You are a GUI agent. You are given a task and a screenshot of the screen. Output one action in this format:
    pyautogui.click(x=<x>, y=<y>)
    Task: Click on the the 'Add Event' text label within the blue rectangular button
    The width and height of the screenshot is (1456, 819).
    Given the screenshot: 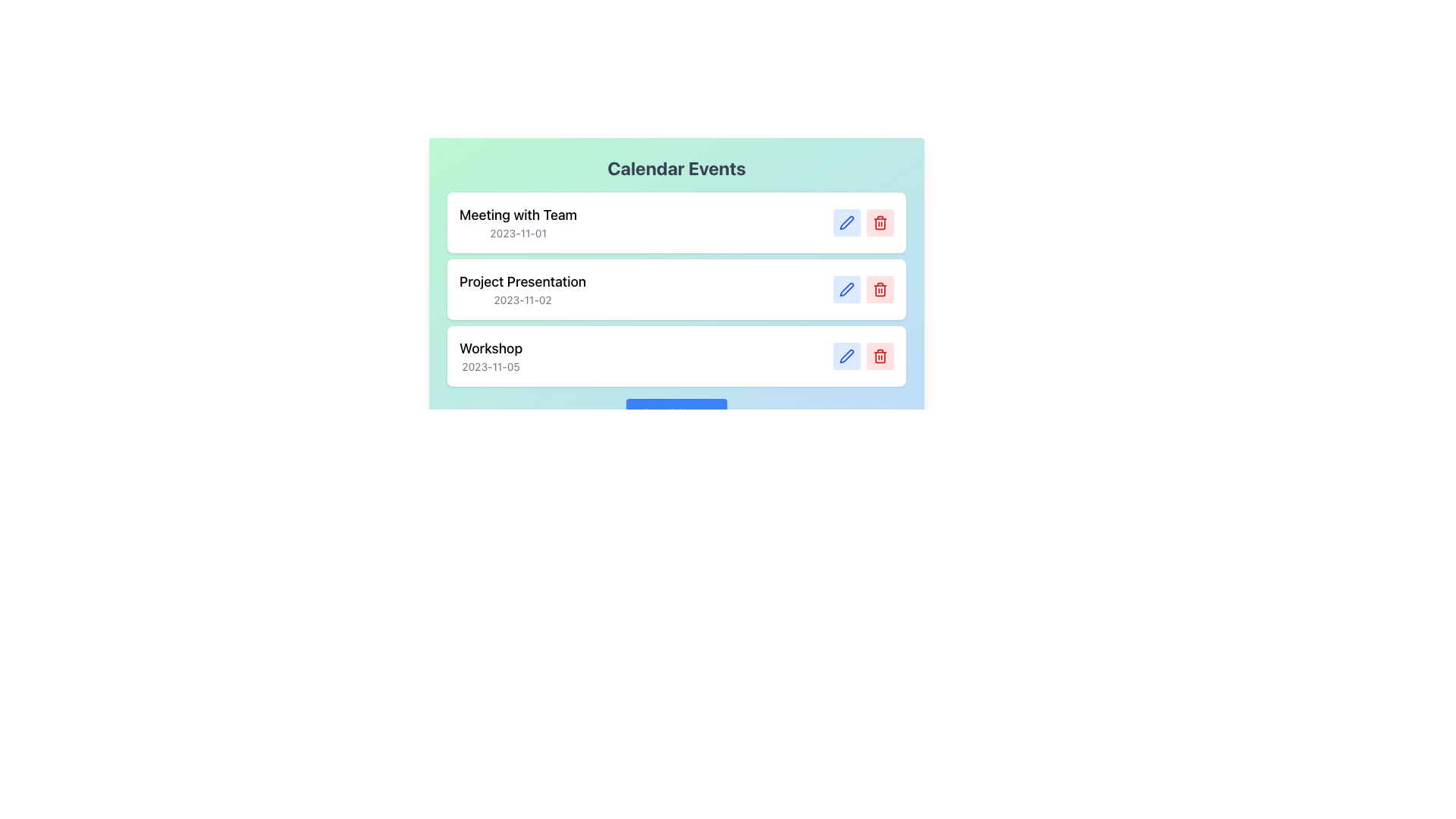 What is the action you would take?
    pyautogui.click(x=686, y=414)
    